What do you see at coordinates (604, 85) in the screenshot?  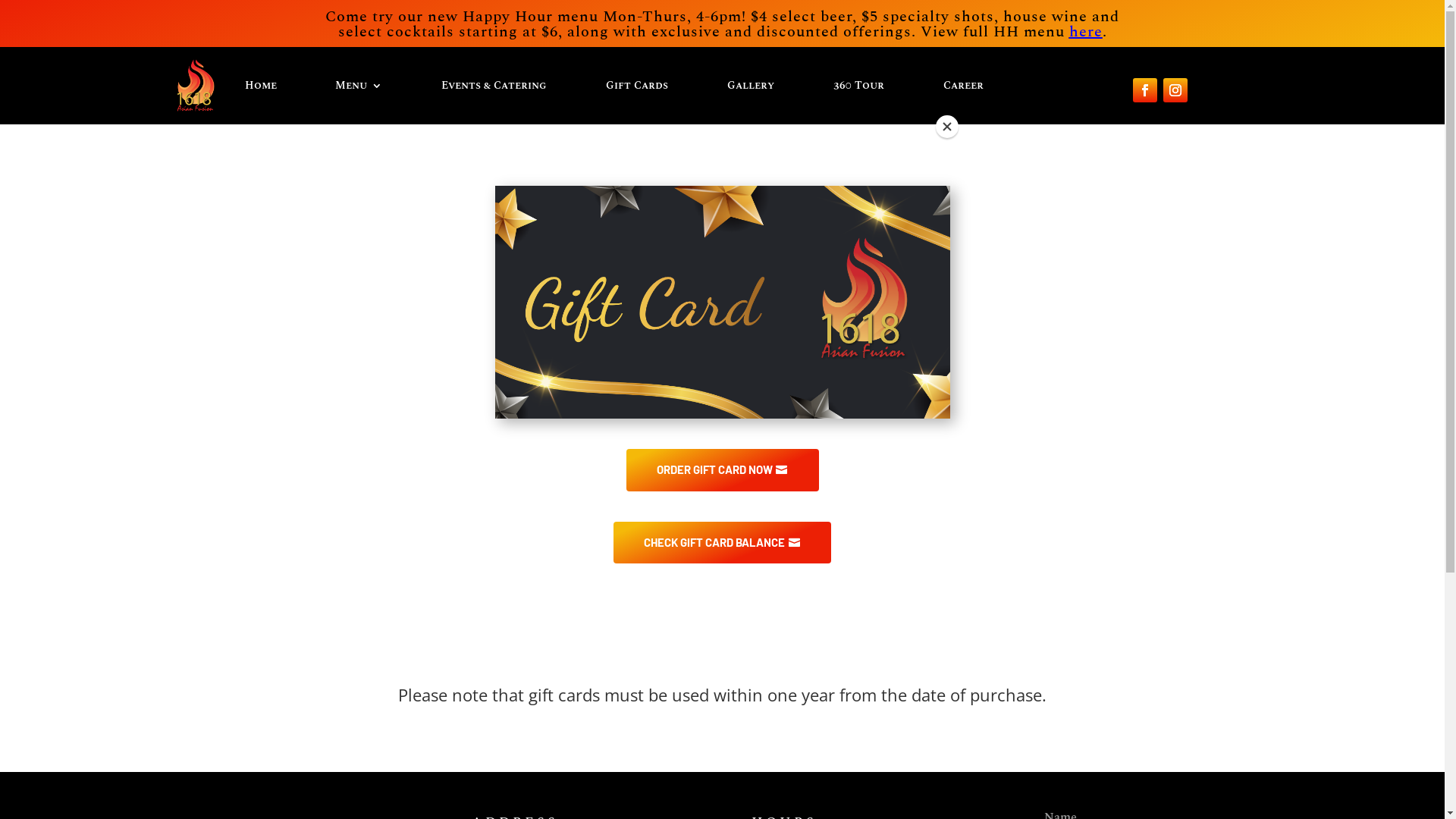 I see `'Gift Cards'` at bounding box center [604, 85].